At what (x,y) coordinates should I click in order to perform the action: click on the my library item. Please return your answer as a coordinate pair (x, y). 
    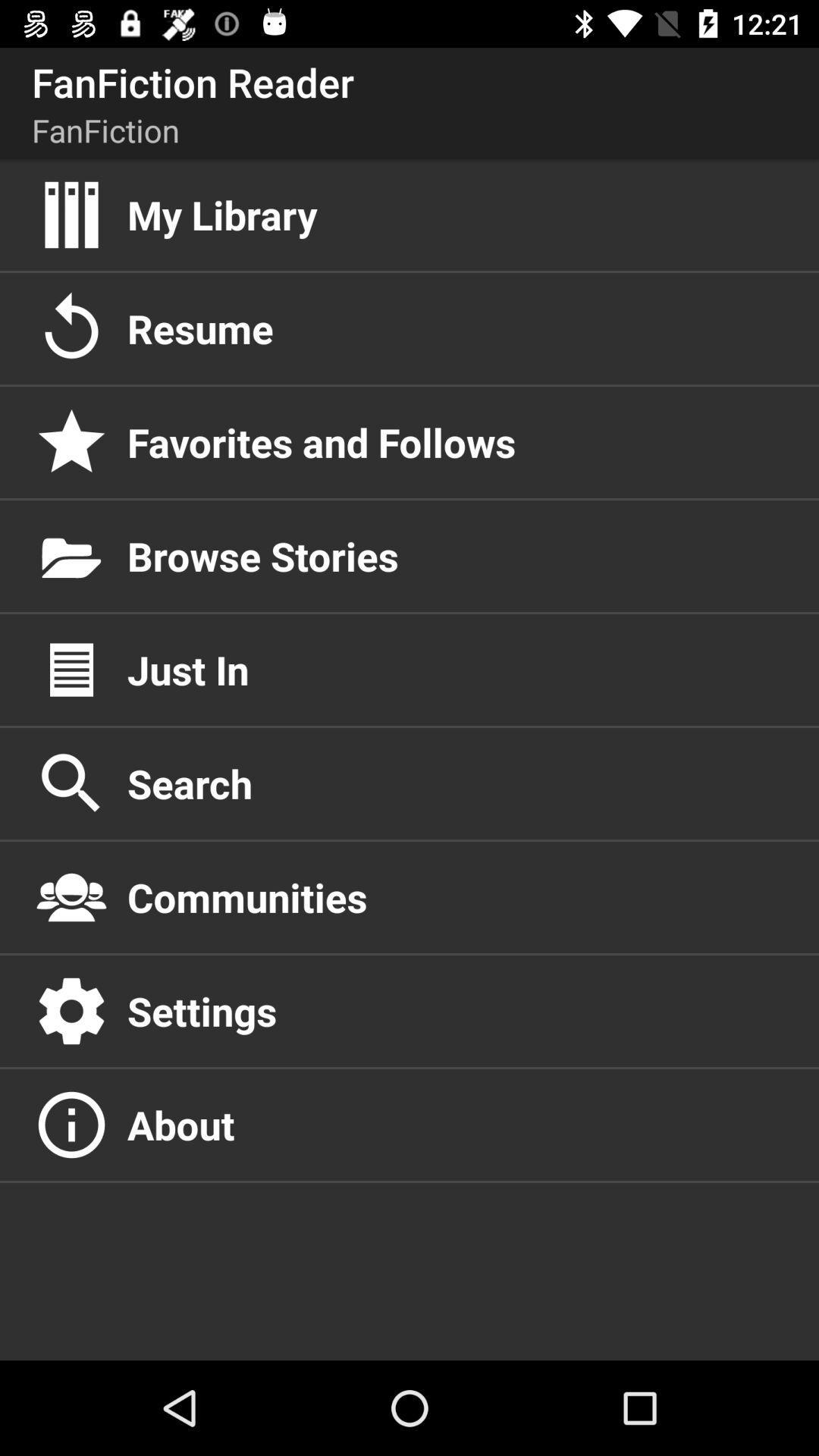
    Looking at the image, I should click on (456, 214).